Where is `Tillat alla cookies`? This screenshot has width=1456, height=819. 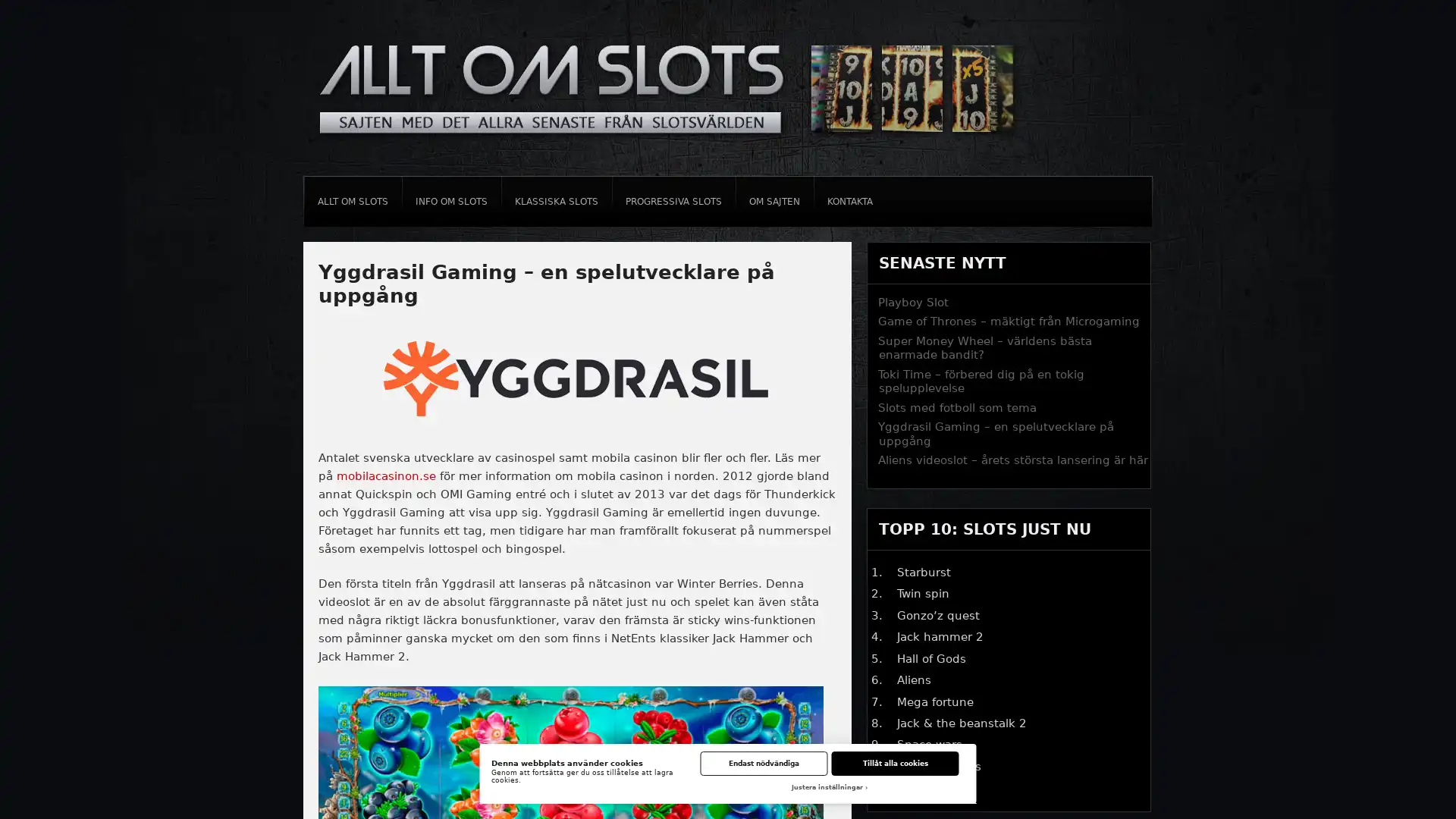 Tillat alla cookies is located at coordinates (895, 763).